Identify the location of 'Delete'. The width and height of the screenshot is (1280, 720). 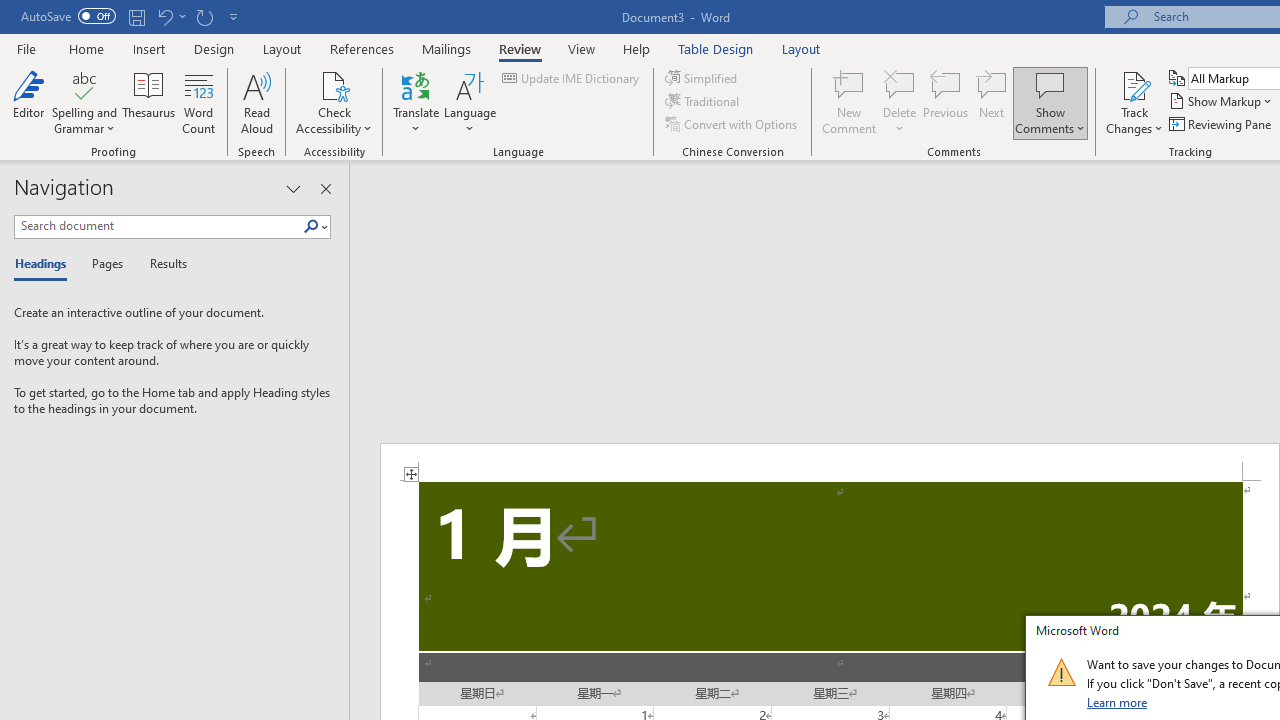
(899, 103).